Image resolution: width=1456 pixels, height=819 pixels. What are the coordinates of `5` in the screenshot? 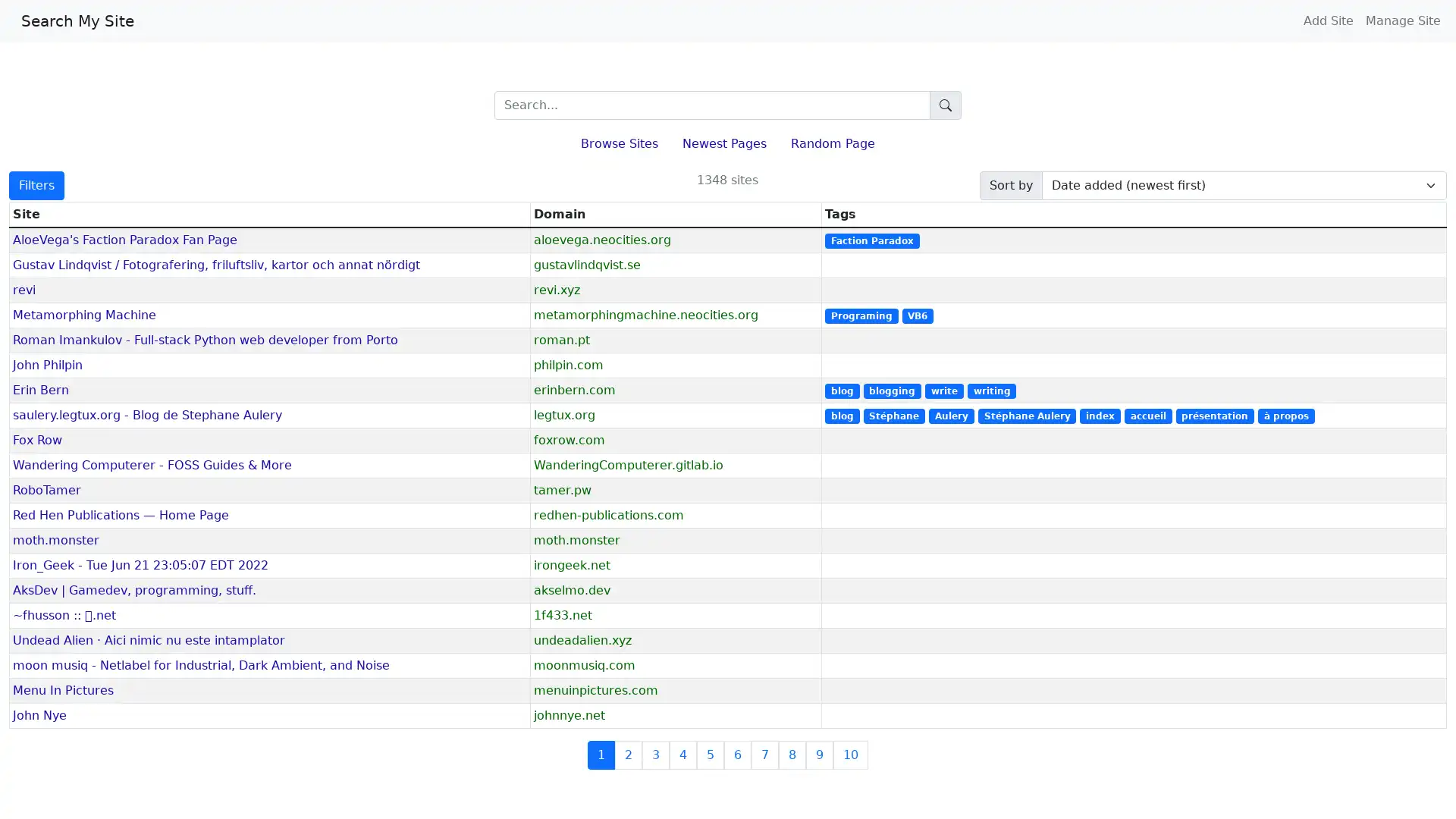 It's located at (709, 755).